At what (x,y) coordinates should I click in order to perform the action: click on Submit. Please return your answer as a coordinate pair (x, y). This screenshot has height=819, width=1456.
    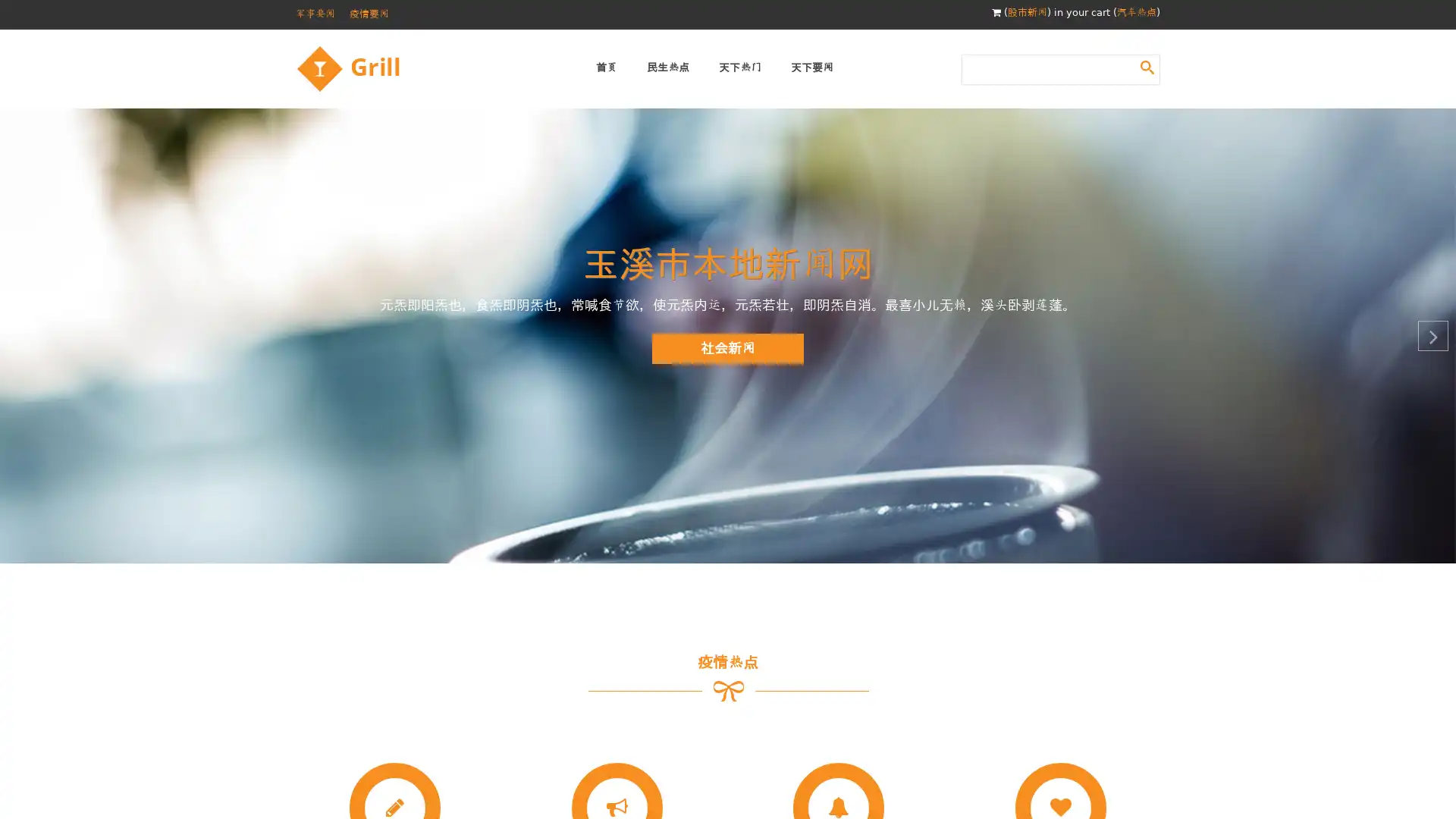
    Looking at the image, I should click on (1147, 66).